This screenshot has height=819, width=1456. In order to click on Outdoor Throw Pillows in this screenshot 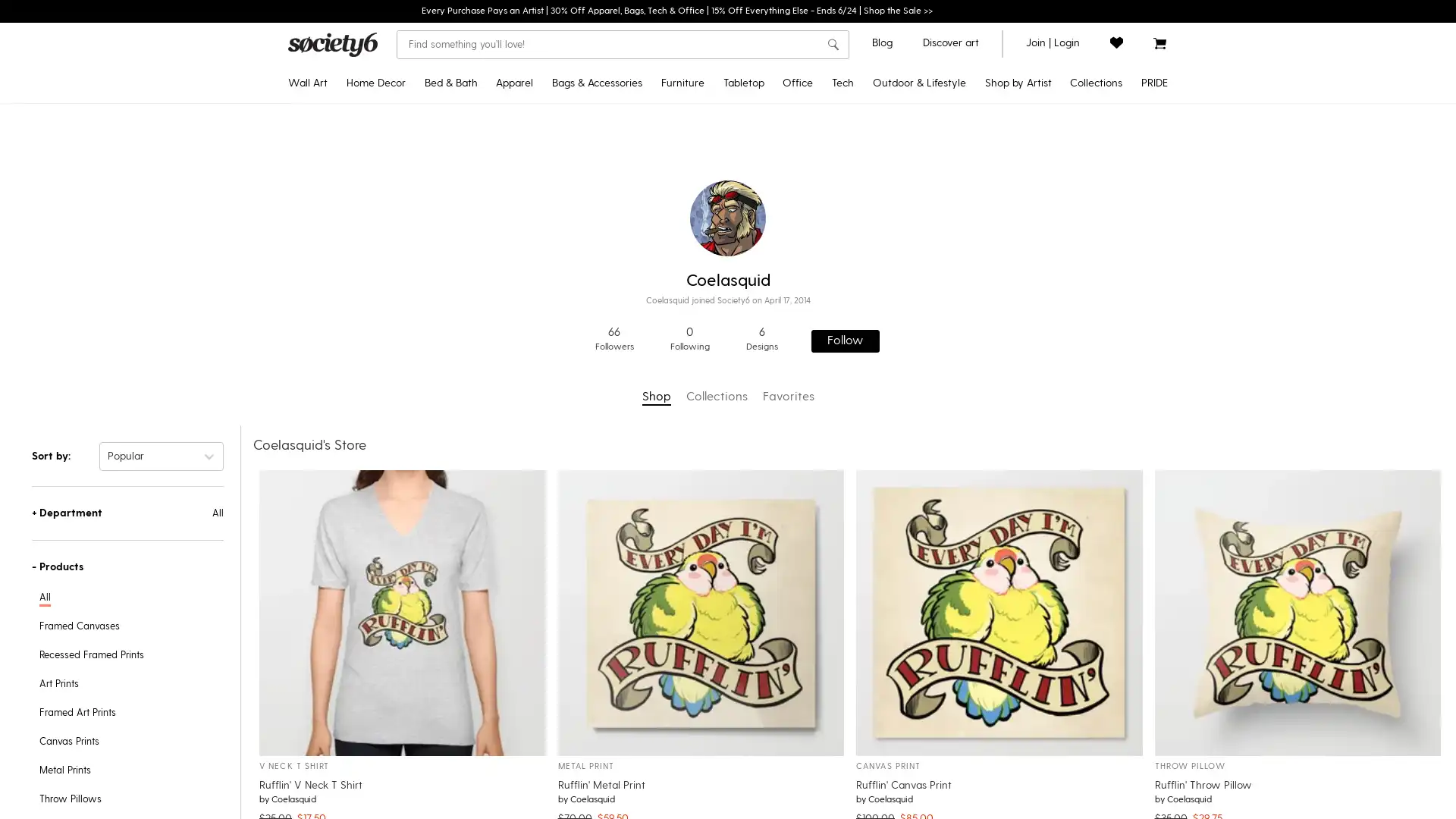, I will do `click(939, 244)`.